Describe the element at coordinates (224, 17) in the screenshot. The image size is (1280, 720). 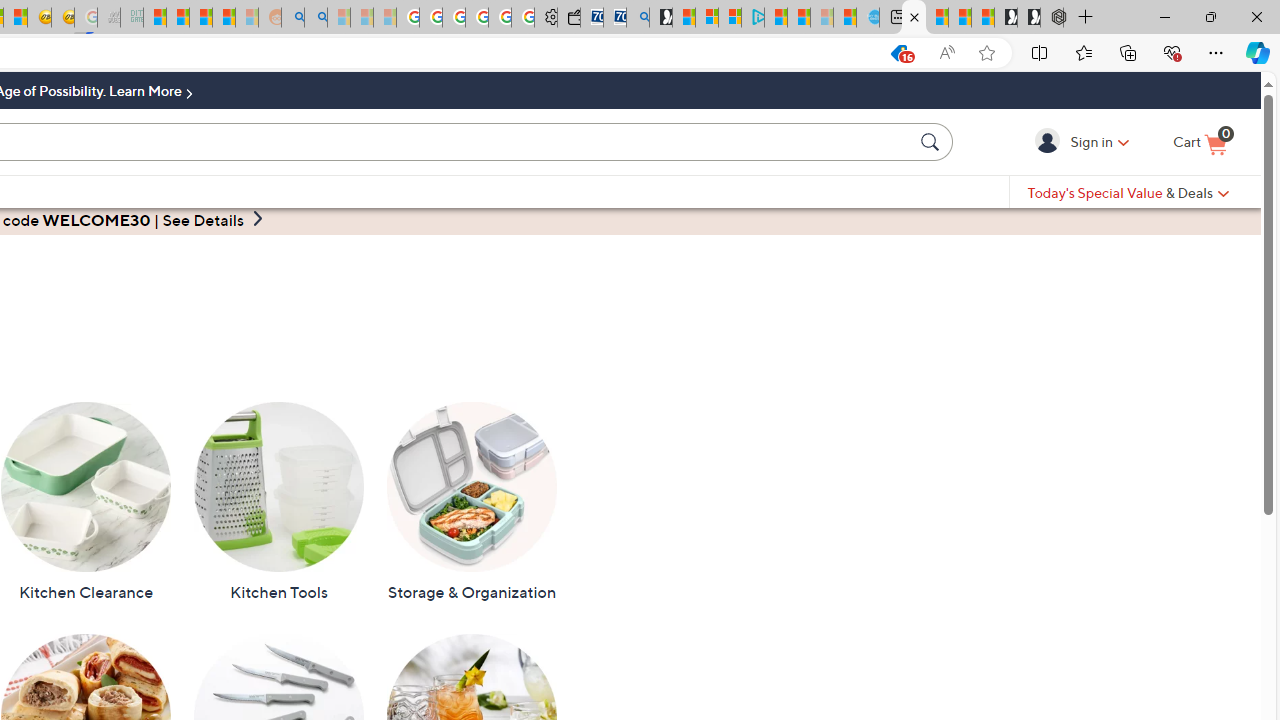
I see `'Student Loan Update: Forgiveness Program Ends This Month'` at that location.